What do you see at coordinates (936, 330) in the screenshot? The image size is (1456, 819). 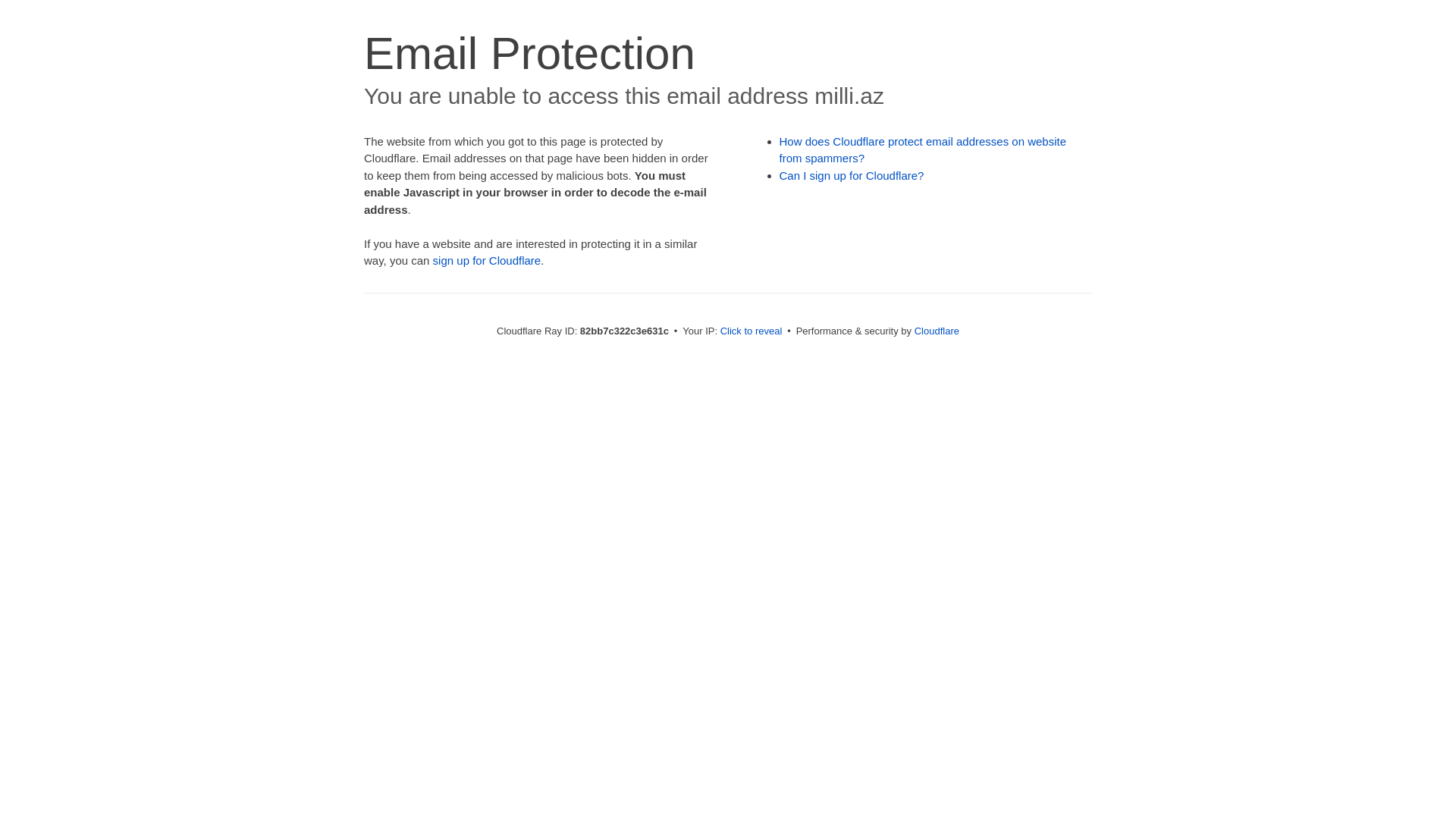 I see `'Cloudflare'` at bounding box center [936, 330].